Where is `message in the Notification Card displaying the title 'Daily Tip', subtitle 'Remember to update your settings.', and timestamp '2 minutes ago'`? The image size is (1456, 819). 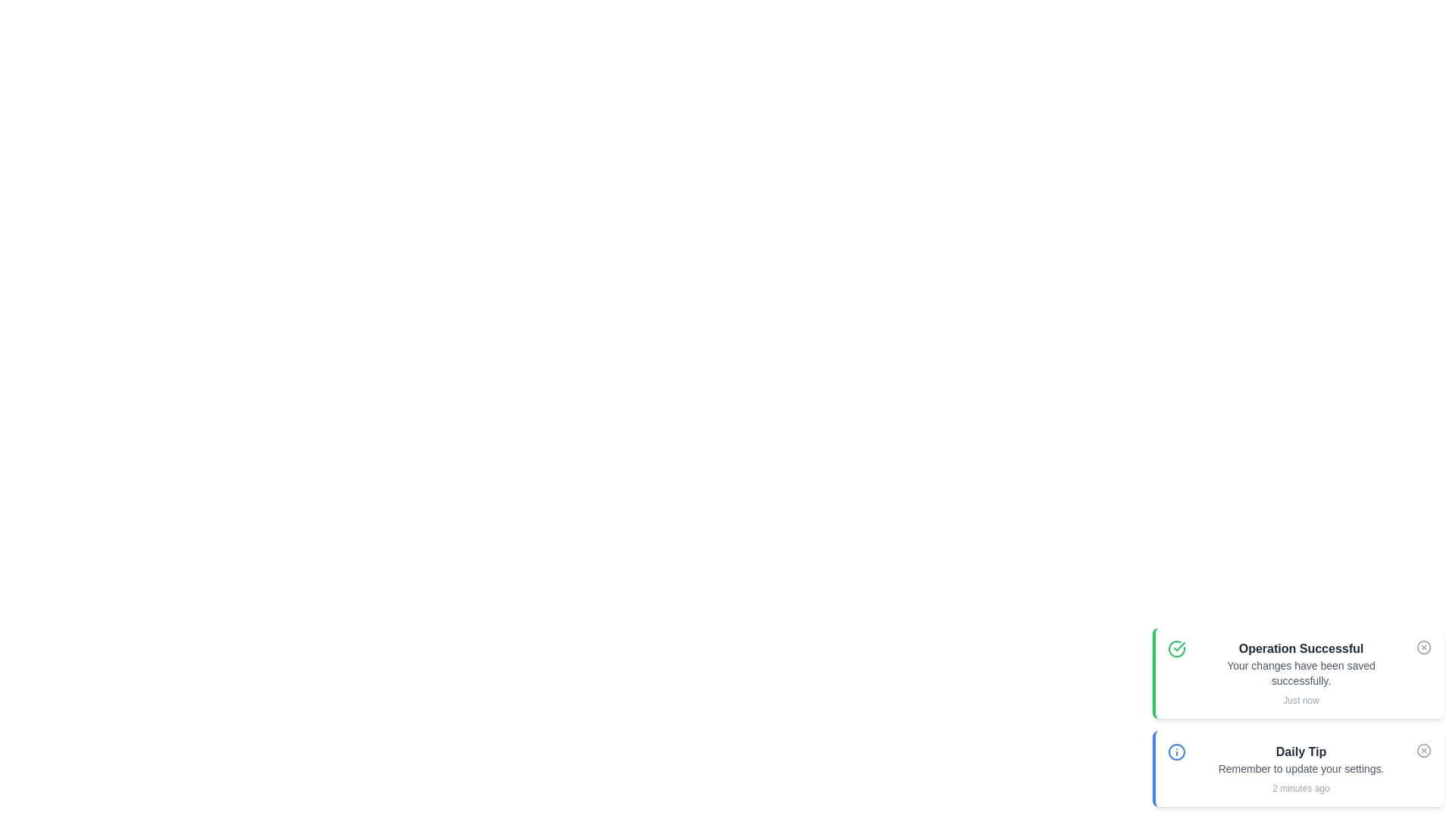 message in the Notification Card displaying the title 'Daily Tip', subtitle 'Remember to update your settings.', and timestamp '2 minutes ago' is located at coordinates (1301, 769).